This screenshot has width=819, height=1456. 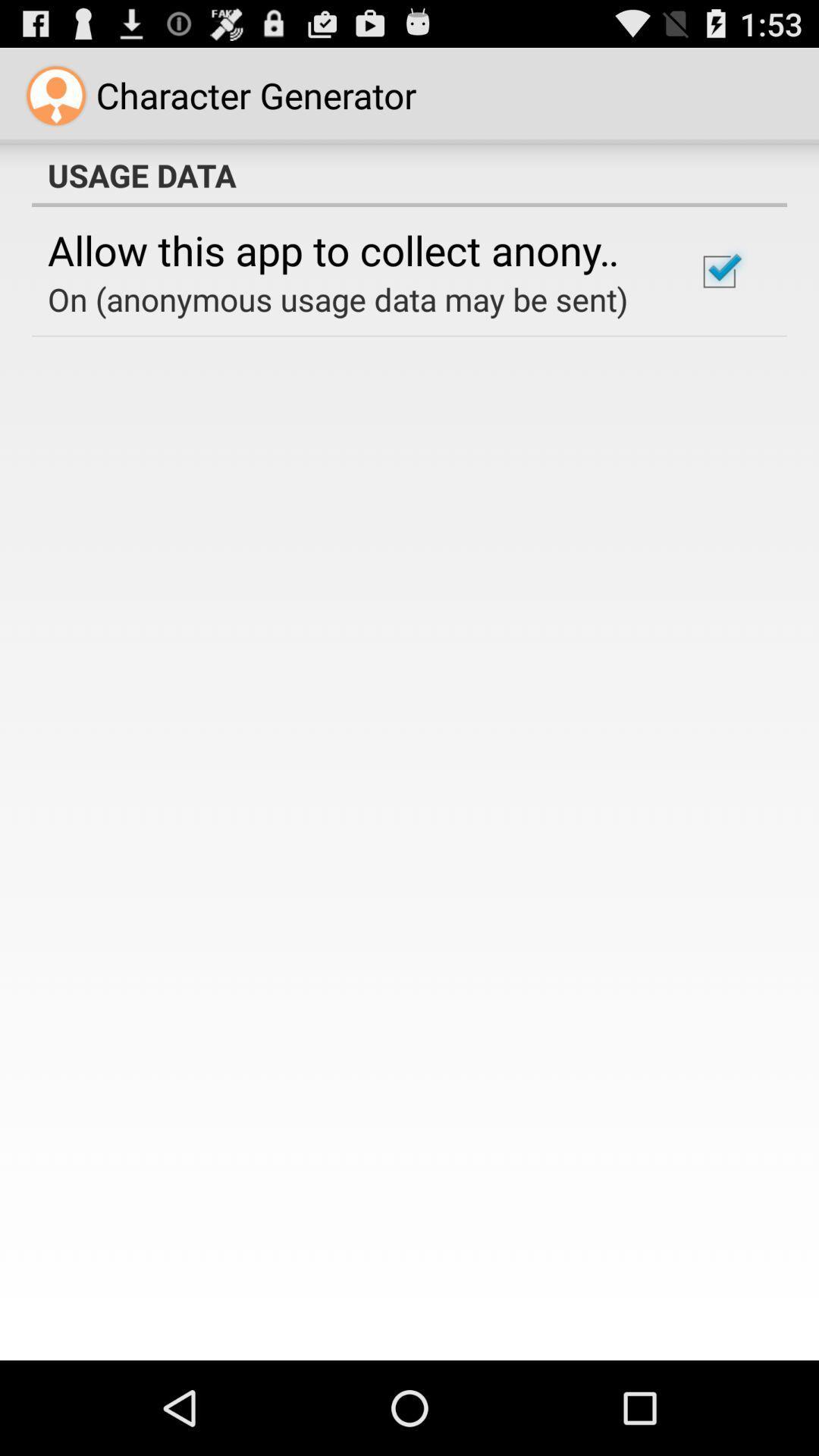 What do you see at coordinates (718, 271) in the screenshot?
I see `icon below usage data item` at bounding box center [718, 271].